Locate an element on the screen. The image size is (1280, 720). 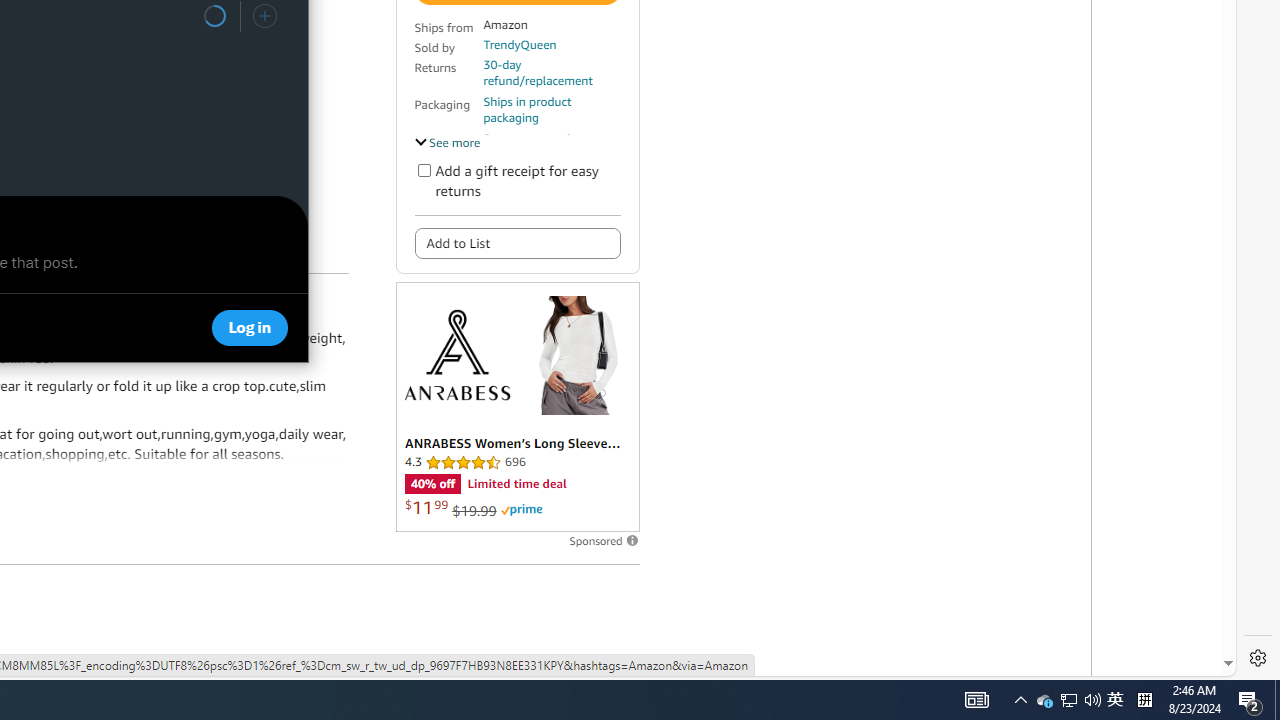
'Show desktop' is located at coordinates (1250, 698).